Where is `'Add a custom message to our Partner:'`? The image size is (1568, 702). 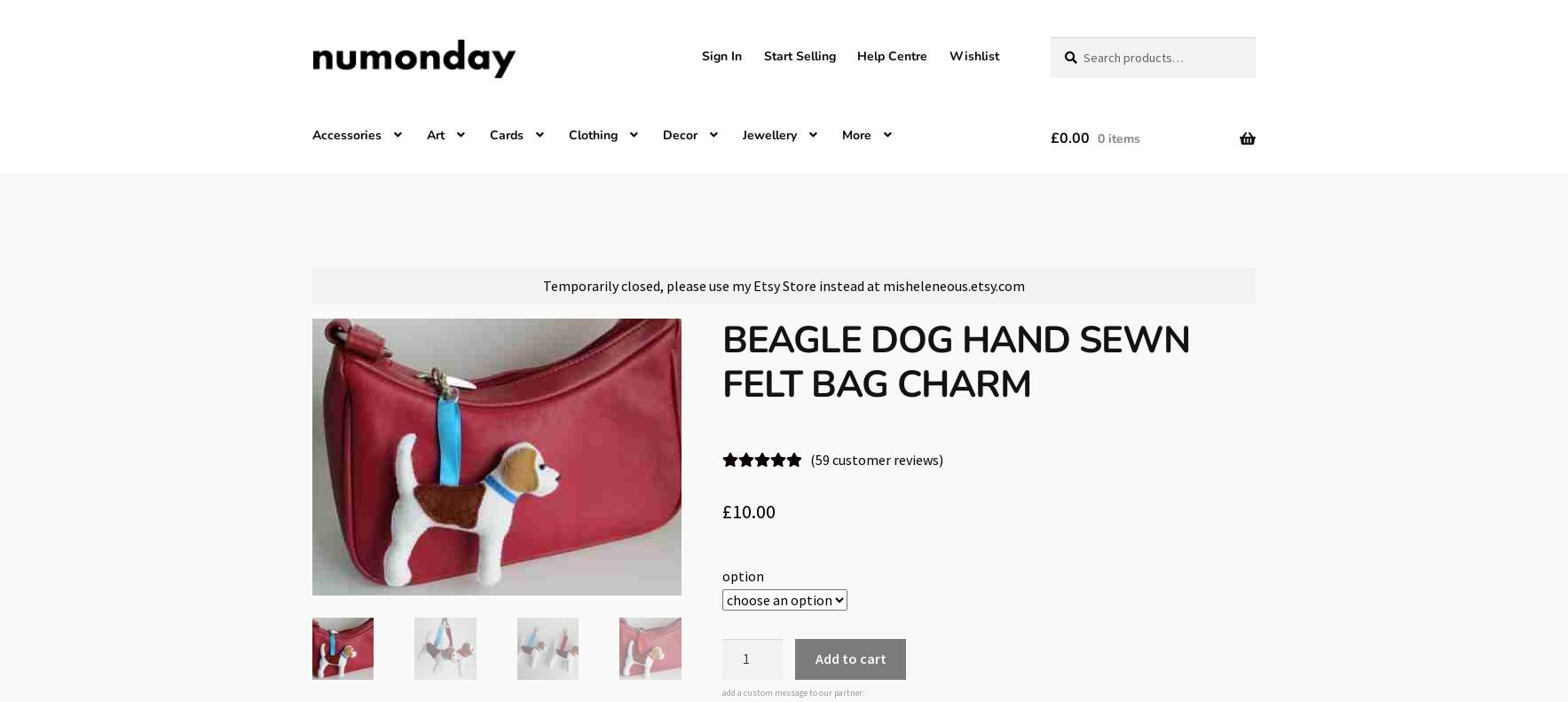 'Add a custom message to our Partner:' is located at coordinates (792, 691).